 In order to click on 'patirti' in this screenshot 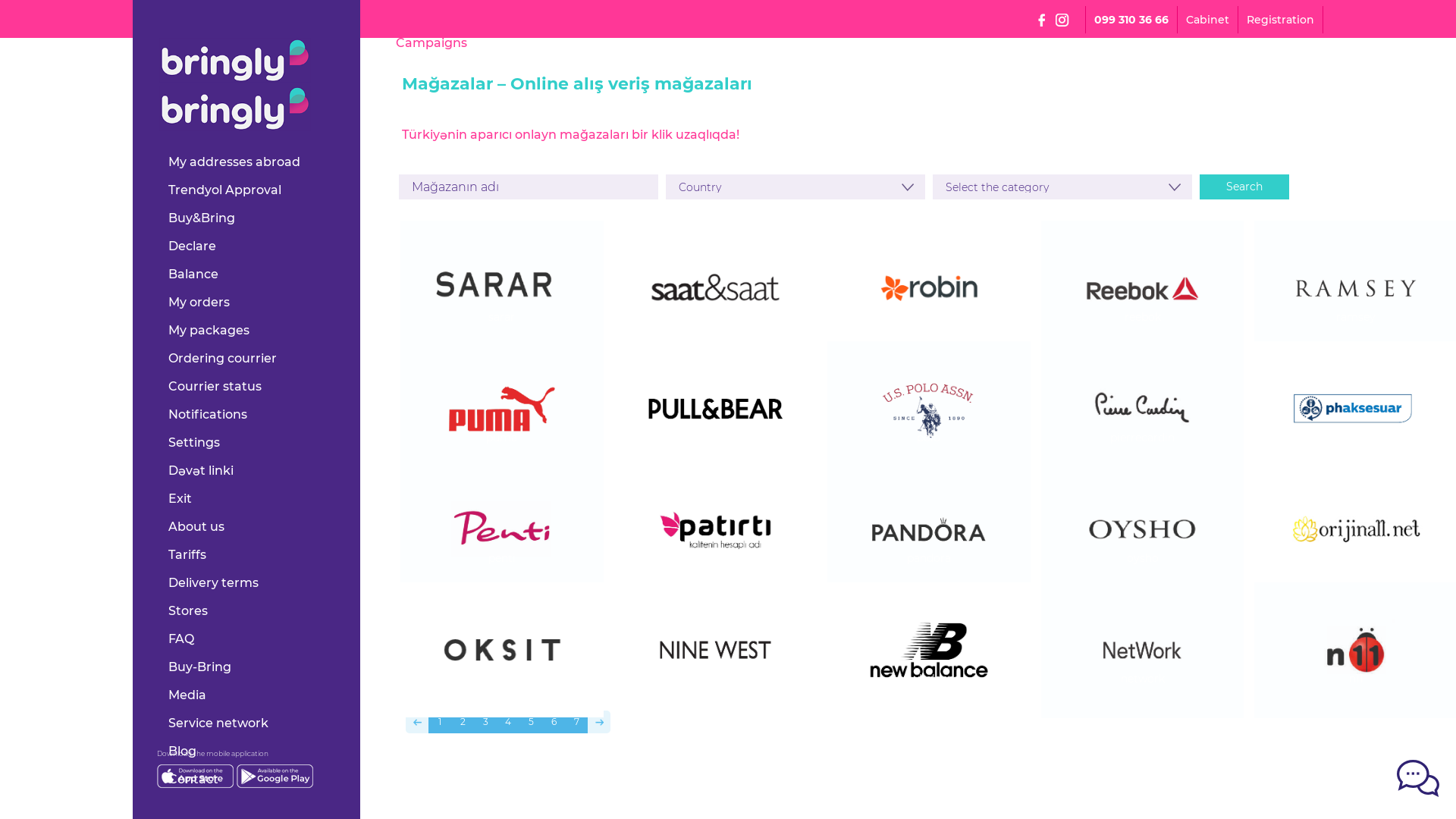, I will do `click(715, 558)`.